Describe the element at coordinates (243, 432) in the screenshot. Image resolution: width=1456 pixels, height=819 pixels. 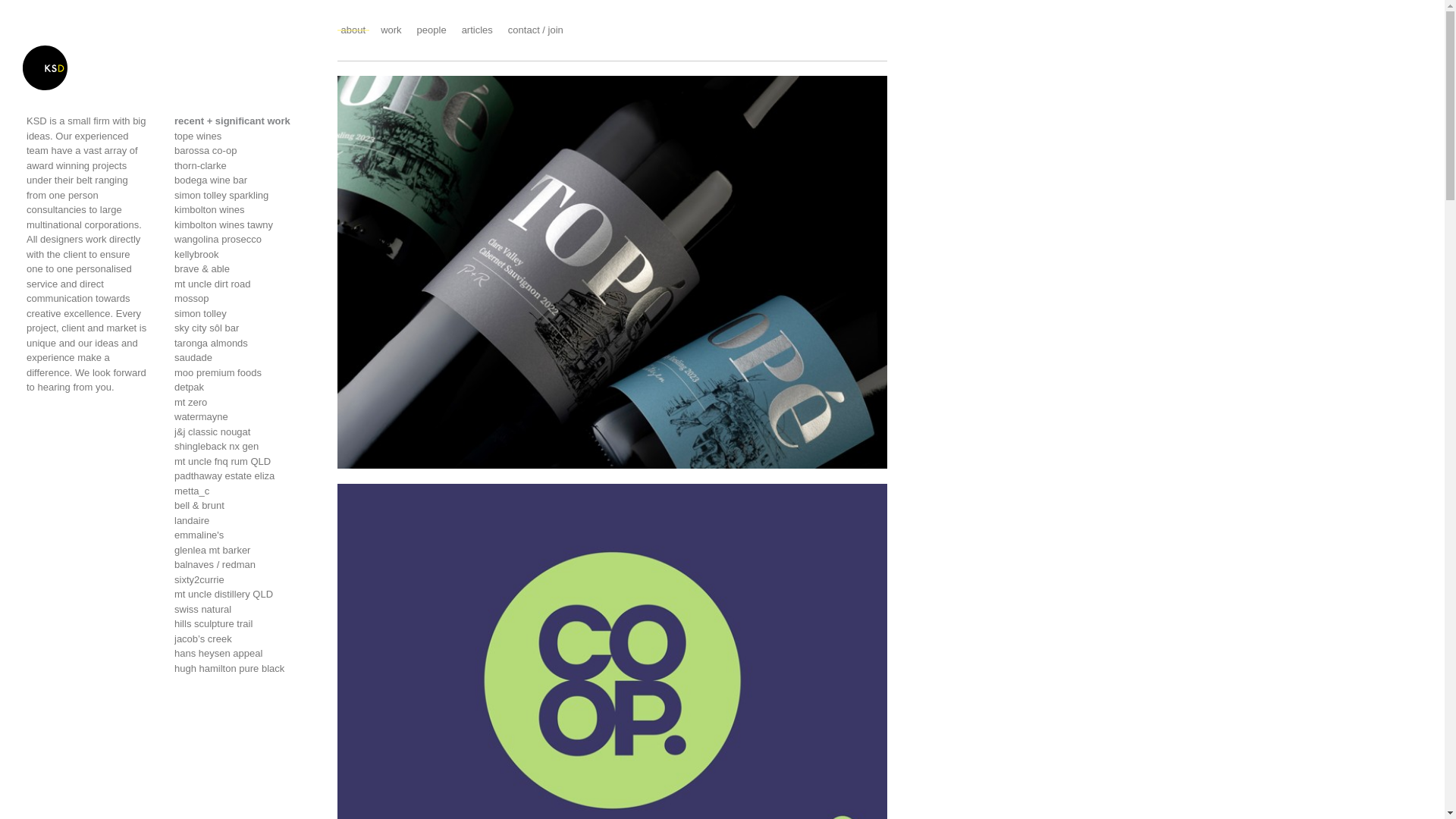
I see `'j&j classic nougat'` at that location.